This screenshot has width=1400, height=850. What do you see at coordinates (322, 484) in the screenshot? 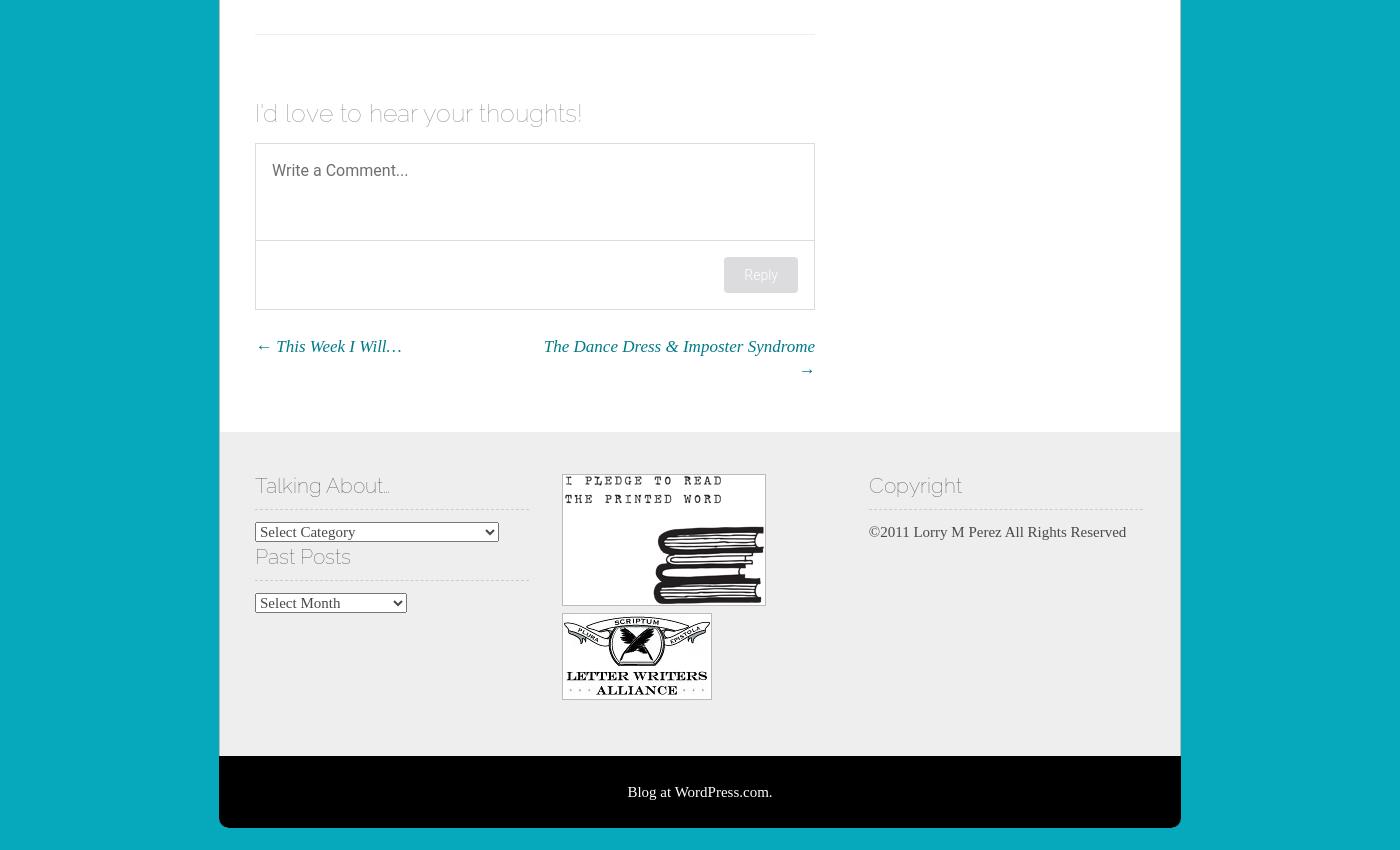
I see `'Talking About…'` at bounding box center [322, 484].